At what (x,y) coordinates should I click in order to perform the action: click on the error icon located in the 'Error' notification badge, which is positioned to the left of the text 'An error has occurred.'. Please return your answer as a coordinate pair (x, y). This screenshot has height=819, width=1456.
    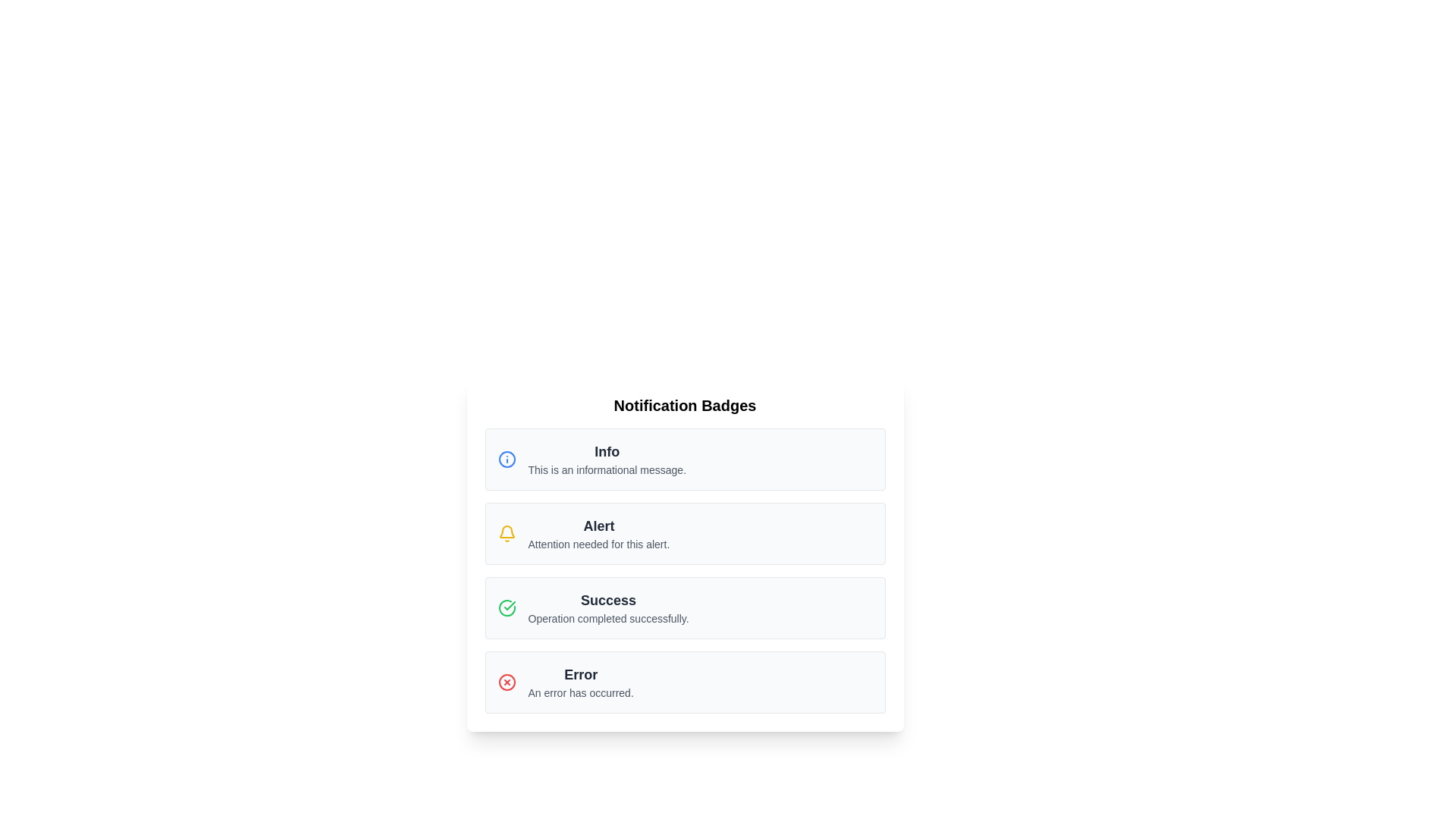
    Looking at the image, I should click on (507, 681).